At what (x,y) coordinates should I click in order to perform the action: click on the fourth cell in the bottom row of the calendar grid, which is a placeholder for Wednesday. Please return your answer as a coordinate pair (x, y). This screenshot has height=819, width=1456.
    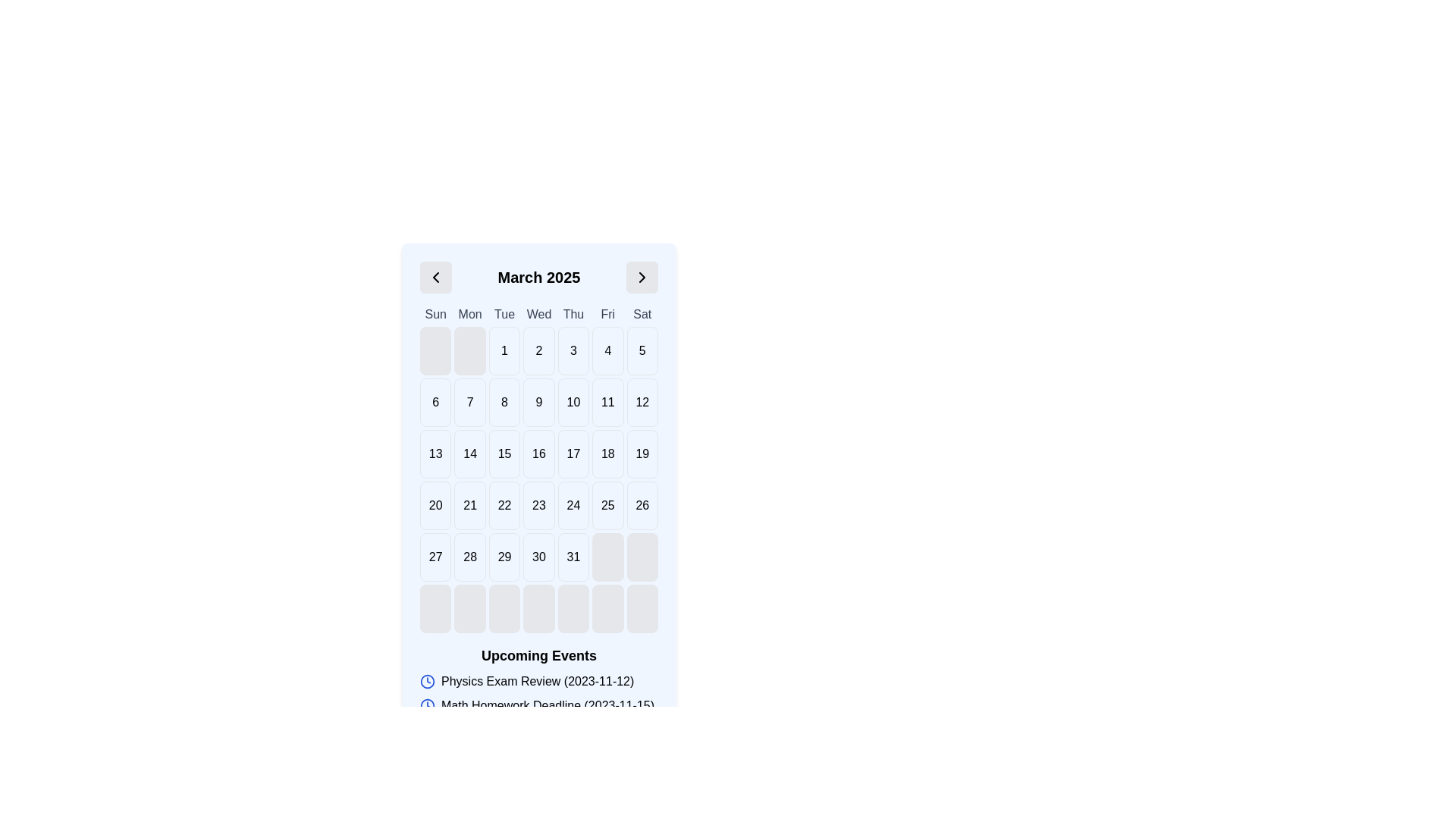
    Looking at the image, I should click on (538, 607).